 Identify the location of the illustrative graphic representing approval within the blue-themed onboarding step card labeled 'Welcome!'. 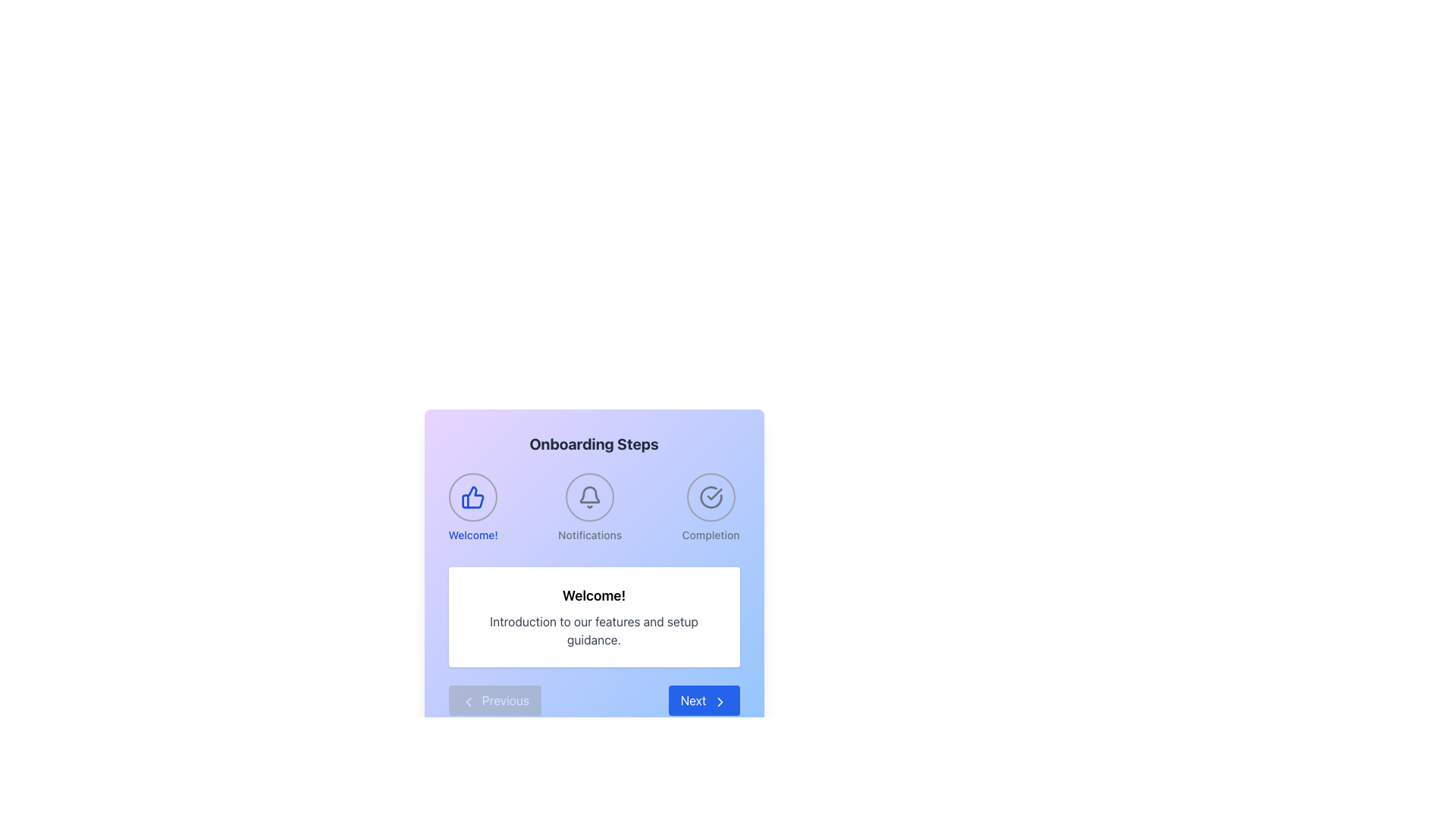
(472, 497).